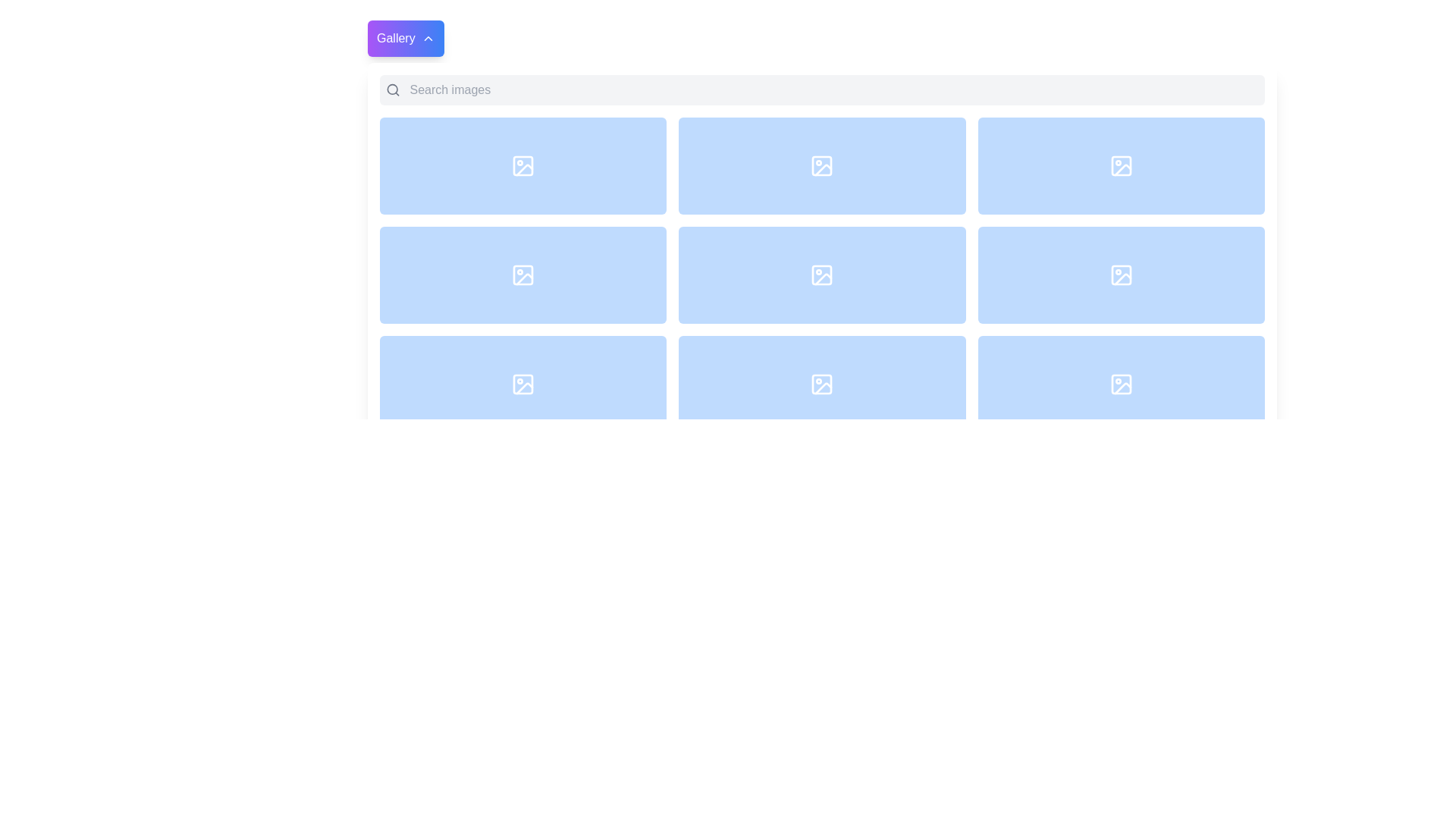  I want to click on the image icon located in the second row and third column of a 3x4 grid layout, which is centered in a blue rectangular card with rounded borders, so click(1121, 166).